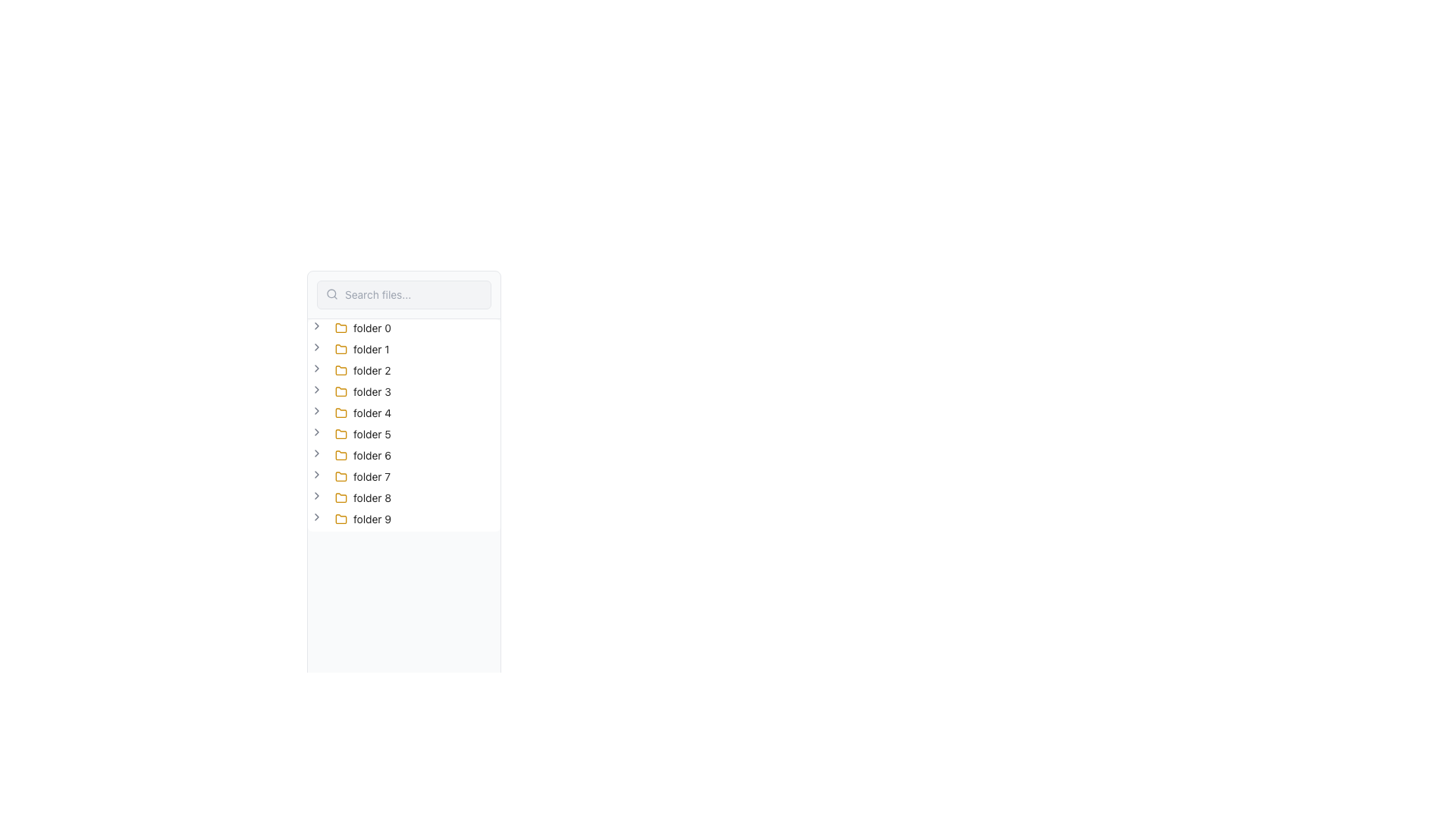  Describe the element at coordinates (340, 454) in the screenshot. I see `the sixth folder icon with a yellow outline labeled 'folder 6' to interact with it` at that location.